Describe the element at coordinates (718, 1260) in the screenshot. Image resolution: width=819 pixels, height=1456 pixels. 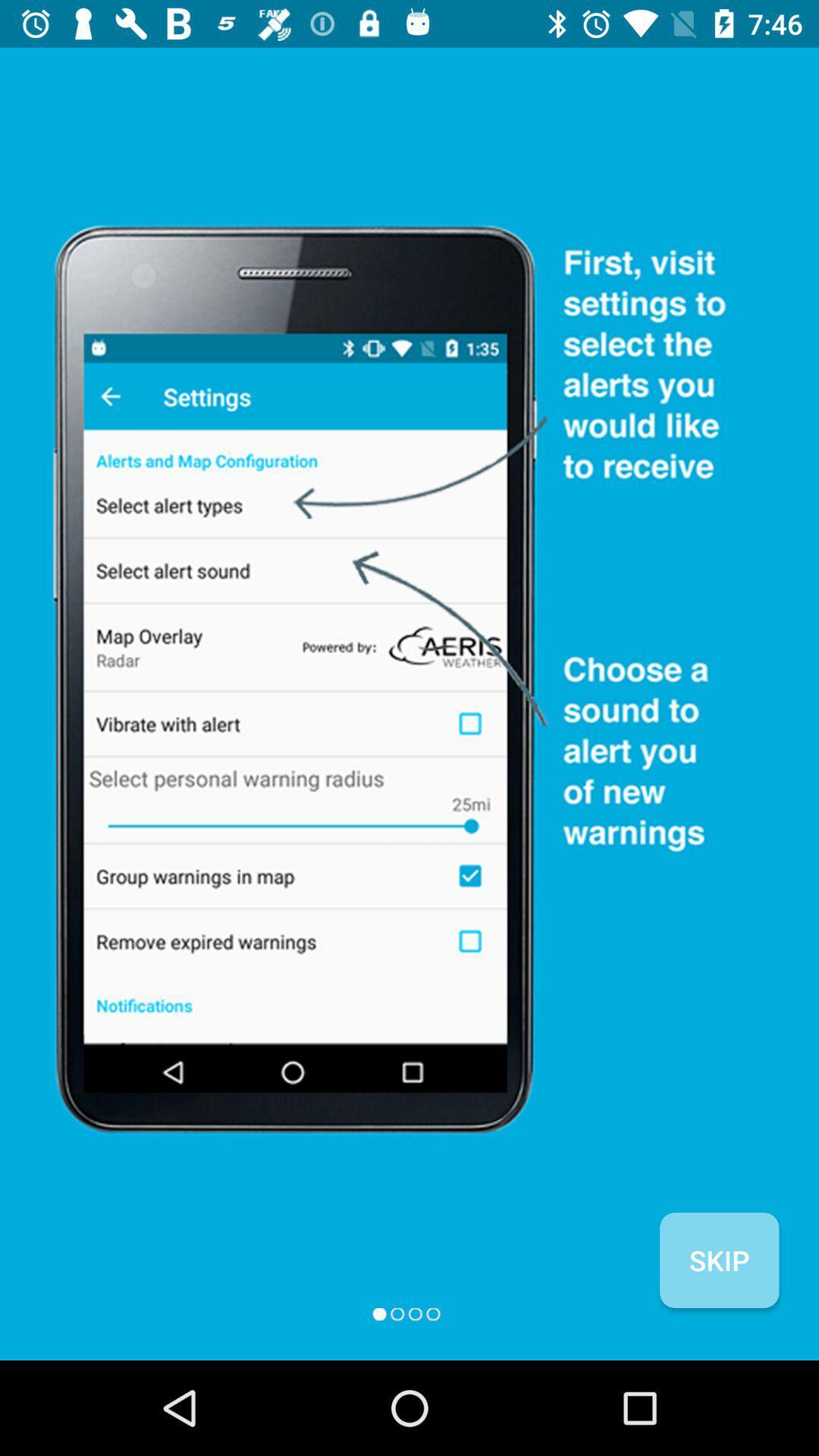
I see `the skip` at that location.